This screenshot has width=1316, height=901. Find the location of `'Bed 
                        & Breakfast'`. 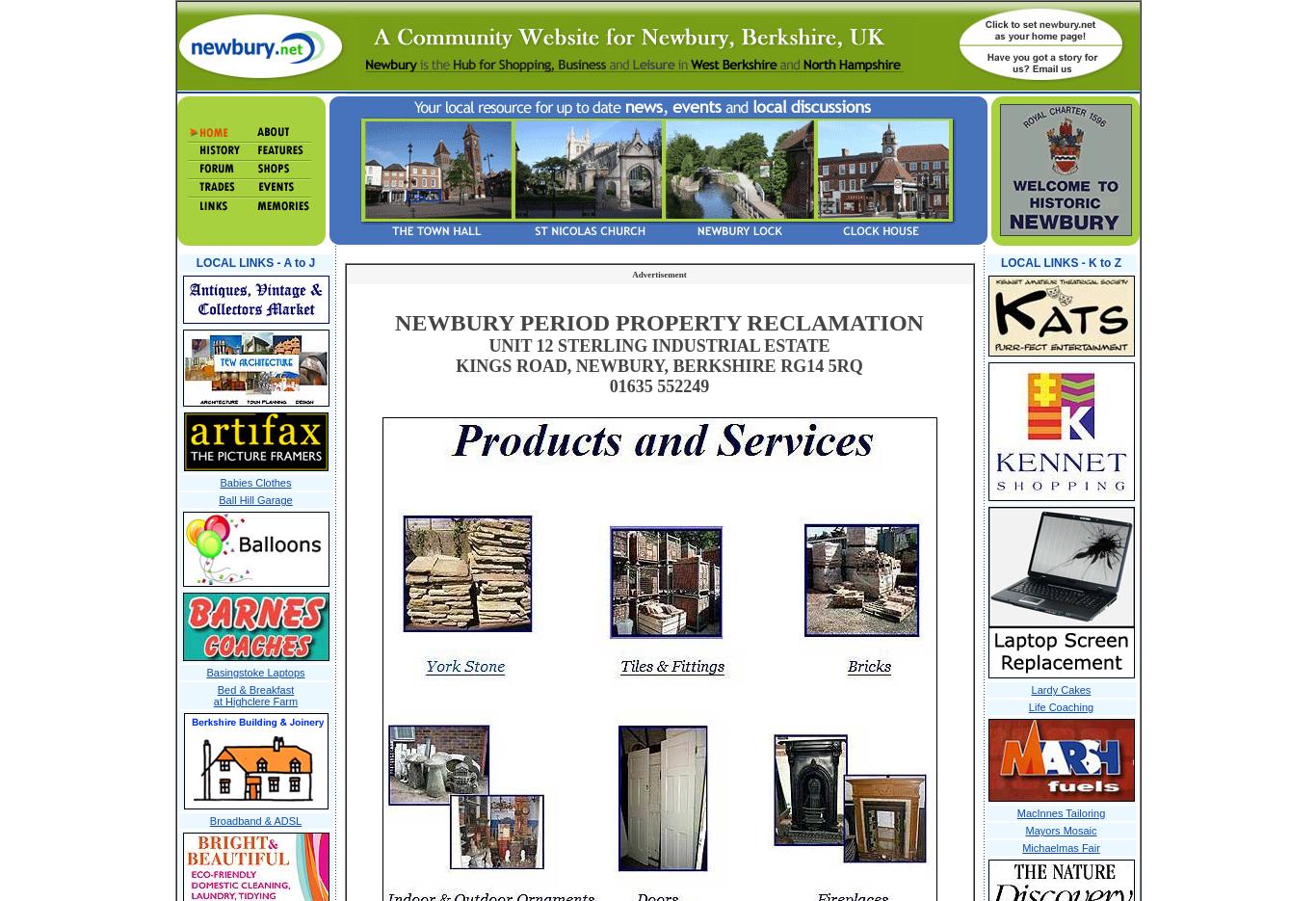

'Bed 
                        & Breakfast' is located at coordinates (255, 689).